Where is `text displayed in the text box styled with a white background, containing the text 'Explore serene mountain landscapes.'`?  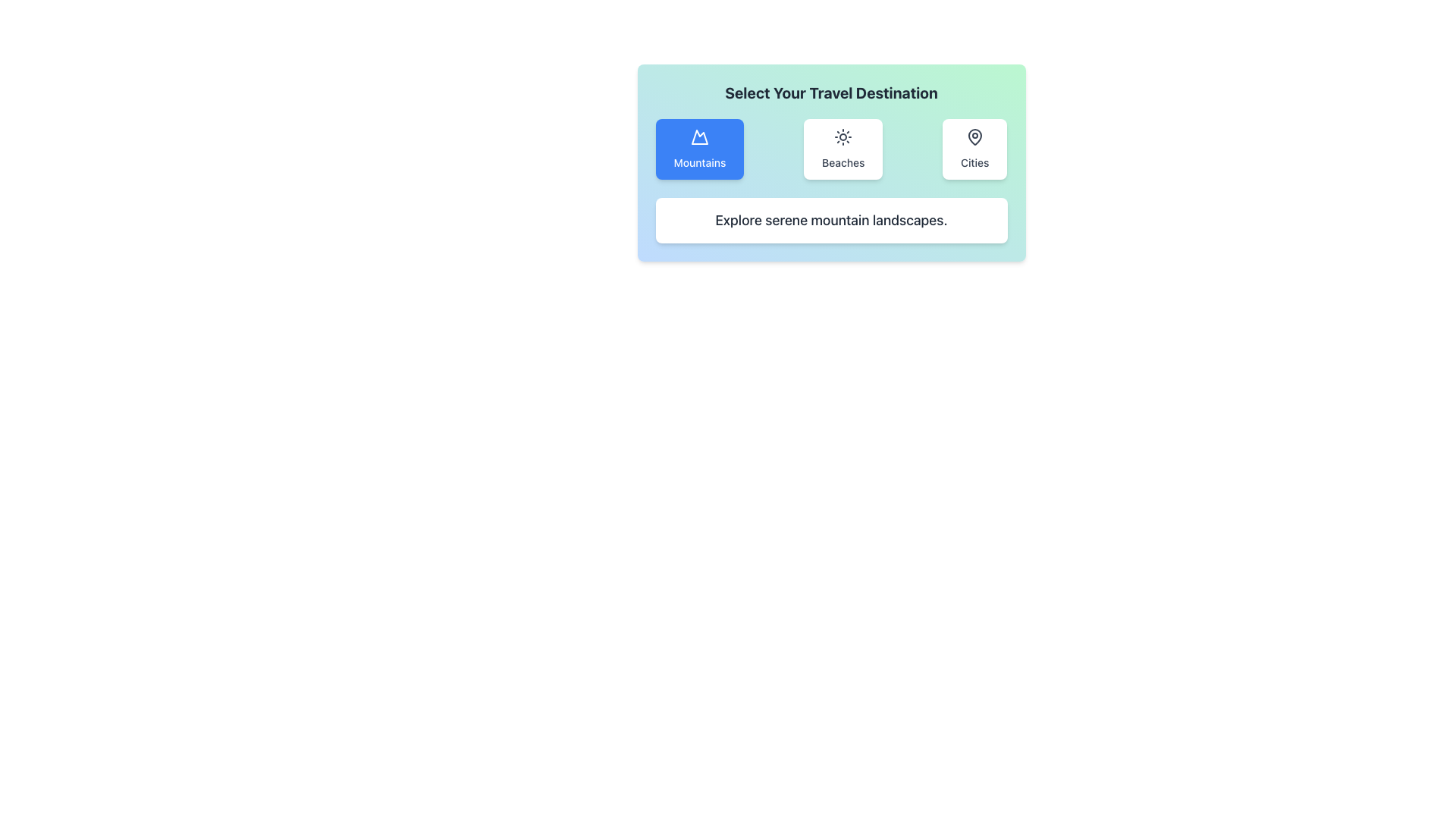
text displayed in the text box styled with a white background, containing the text 'Explore serene mountain landscapes.' is located at coordinates (830, 220).